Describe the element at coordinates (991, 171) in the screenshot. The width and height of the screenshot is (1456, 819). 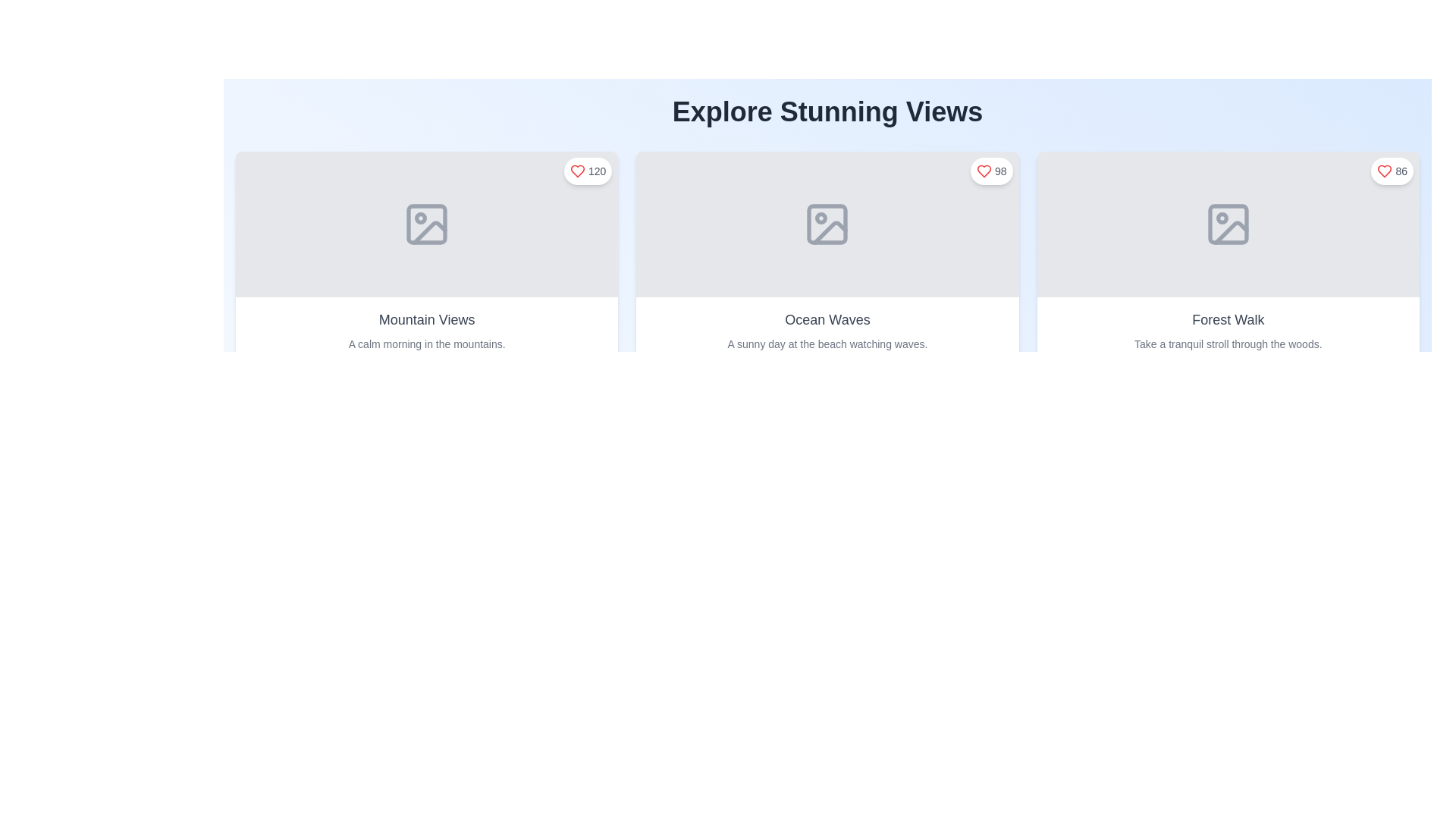
I see `the Information badge located at the top-right corner of the 'Ocean Waves' card, which features a red heart icon and the number '98' in gray typeface` at that location.